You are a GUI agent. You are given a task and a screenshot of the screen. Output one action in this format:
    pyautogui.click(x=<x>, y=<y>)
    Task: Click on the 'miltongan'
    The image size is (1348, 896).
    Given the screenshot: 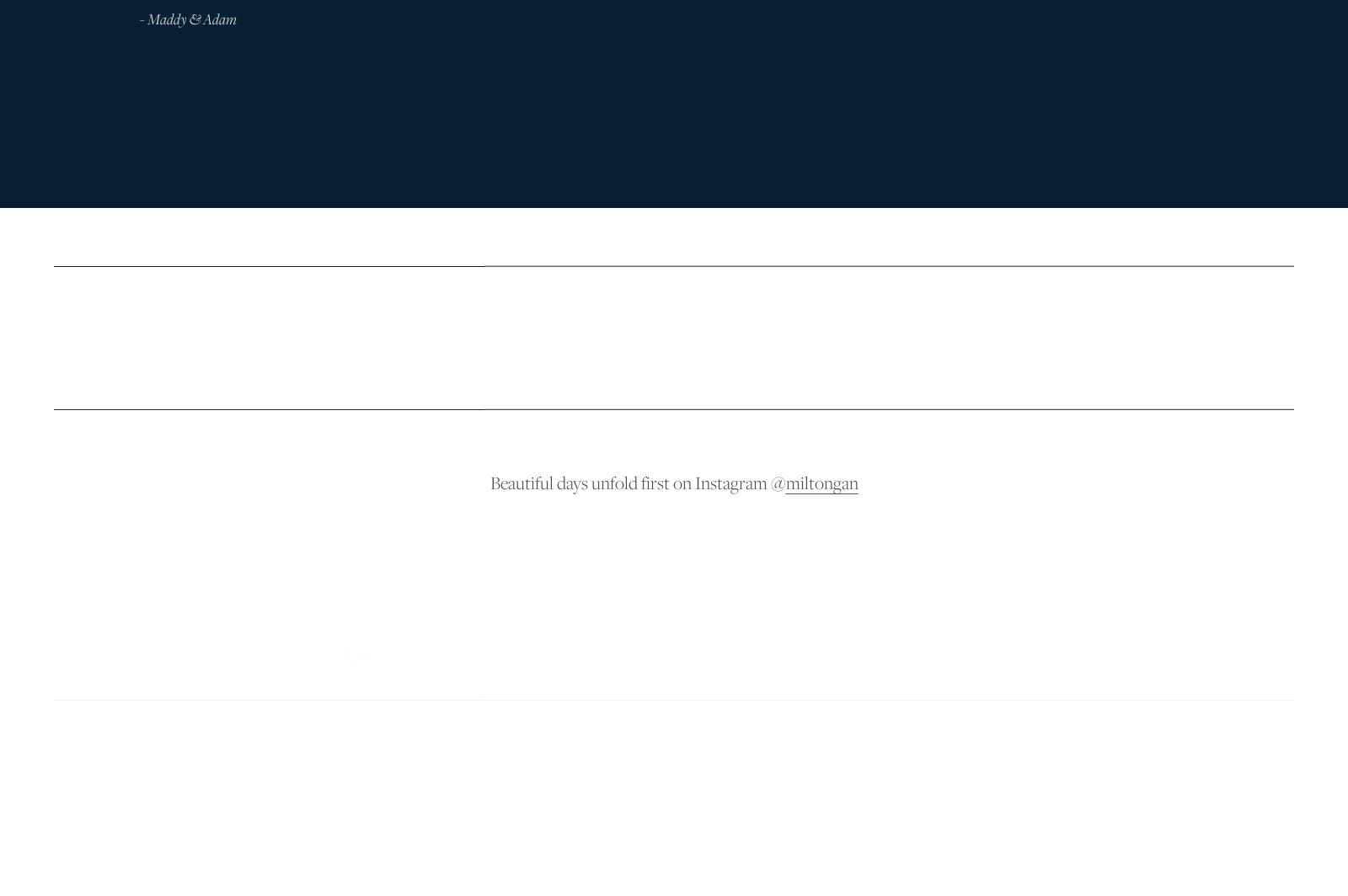 What is the action you would take?
    pyautogui.click(x=821, y=480)
    